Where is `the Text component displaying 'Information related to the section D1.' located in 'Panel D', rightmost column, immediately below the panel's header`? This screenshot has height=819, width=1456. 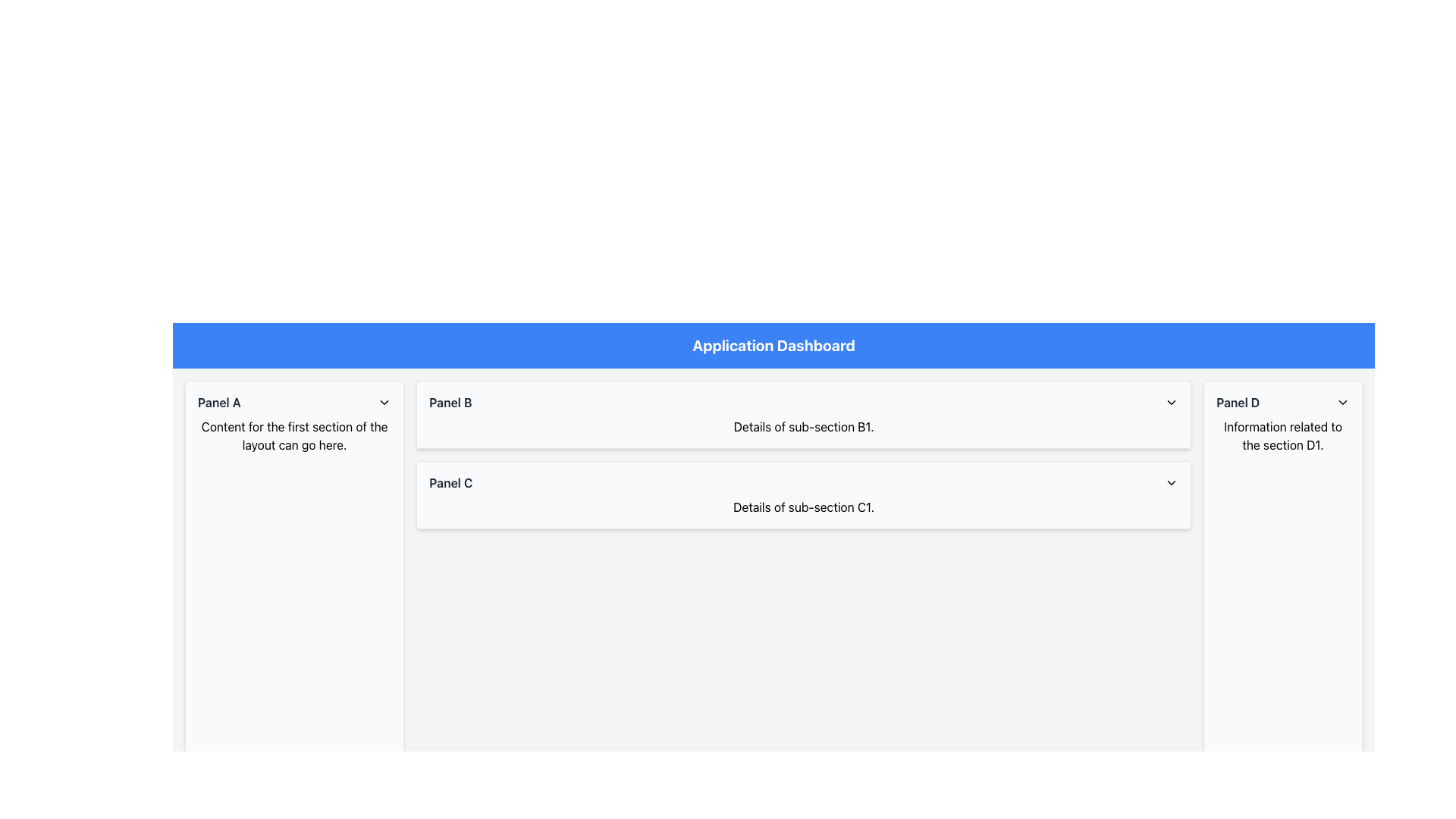 the Text component displaying 'Information related to the section D1.' located in 'Panel D', rightmost column, immediately below the panel's header is located at coordinates (1282, 435).